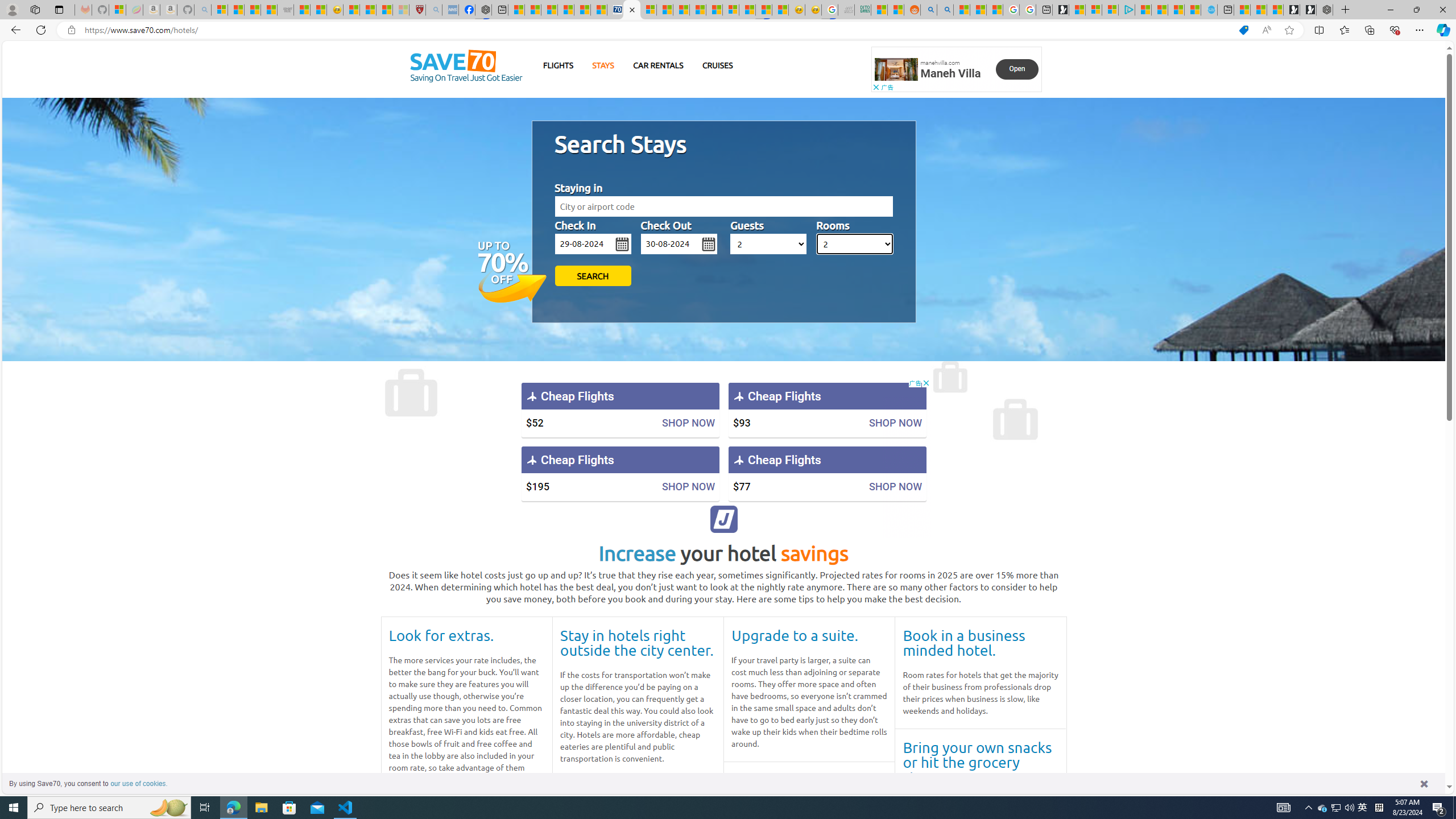 Image resolution: width=1456 pixels, height=819 pixels. What do you see at coordinates (925, 383) in the screenshot?
I see `'AutomationID: cbb'` at bounding box center [925, 383].